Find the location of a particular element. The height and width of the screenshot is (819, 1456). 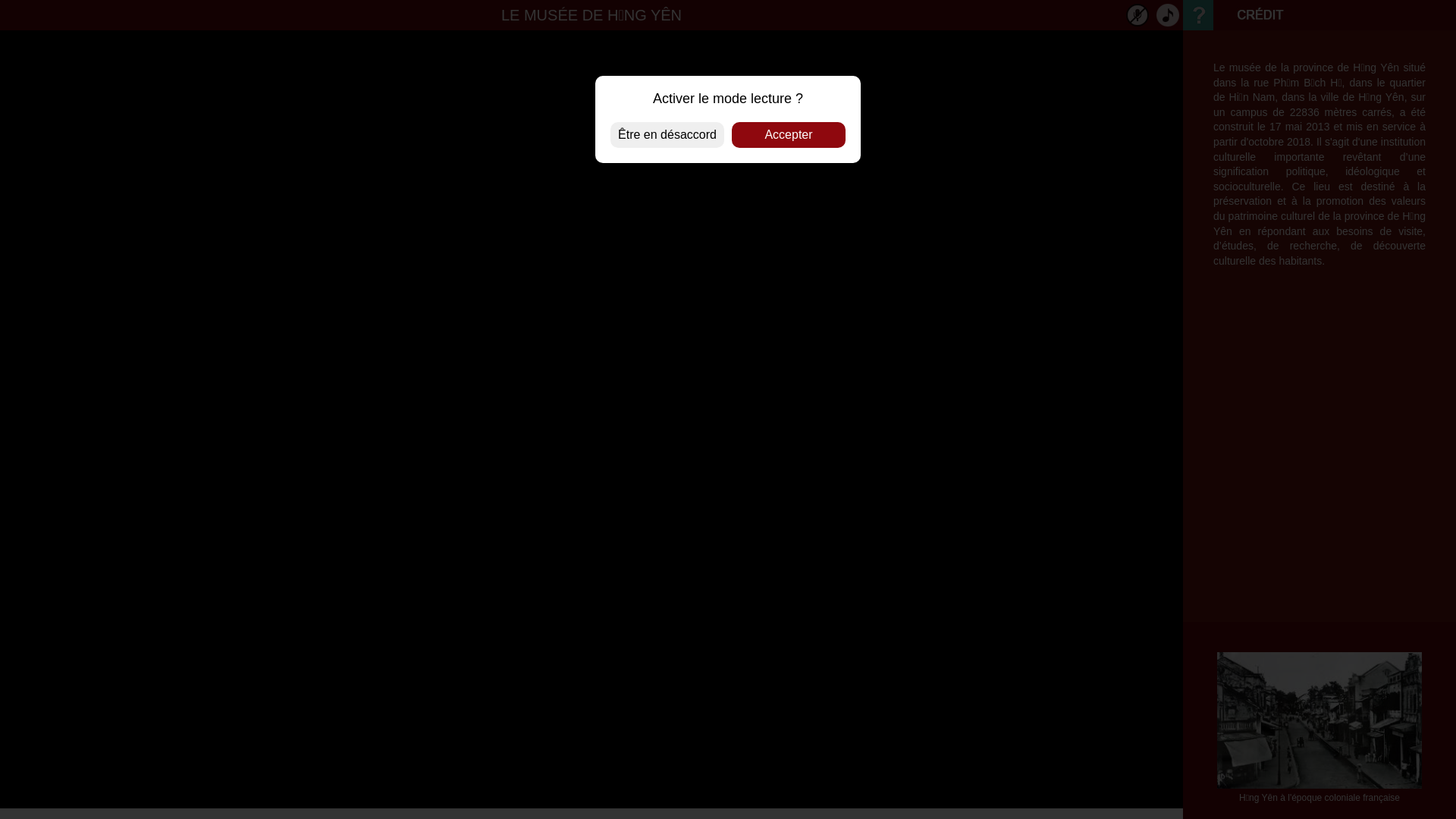

'Accepter' is located at coordinates (731, 133).